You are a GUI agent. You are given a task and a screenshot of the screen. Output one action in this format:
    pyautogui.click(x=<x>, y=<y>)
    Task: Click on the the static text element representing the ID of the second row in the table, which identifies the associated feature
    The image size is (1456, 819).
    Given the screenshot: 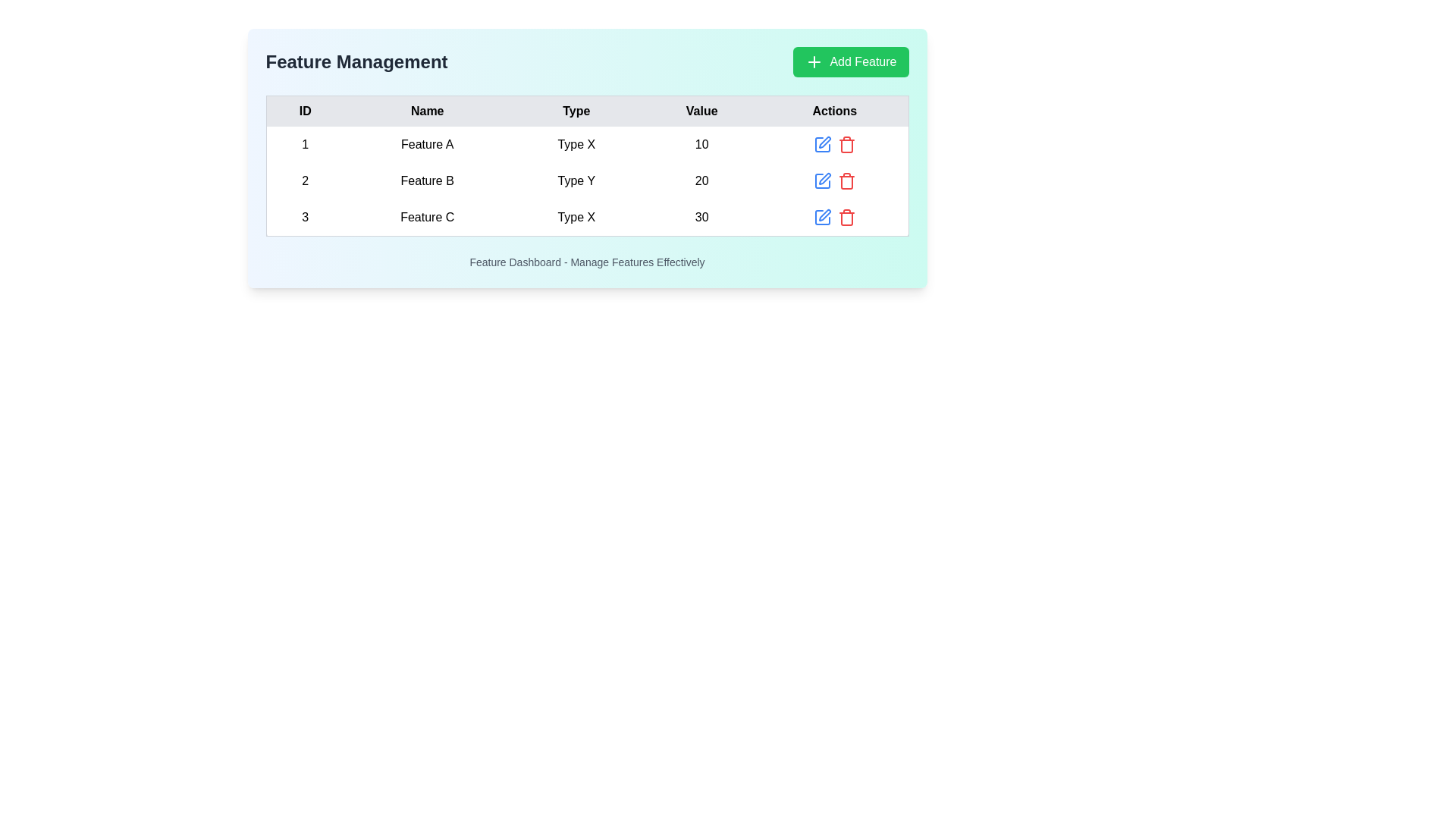 What is the action you would take?
    pyautogui.click(x=304, y=180)
    